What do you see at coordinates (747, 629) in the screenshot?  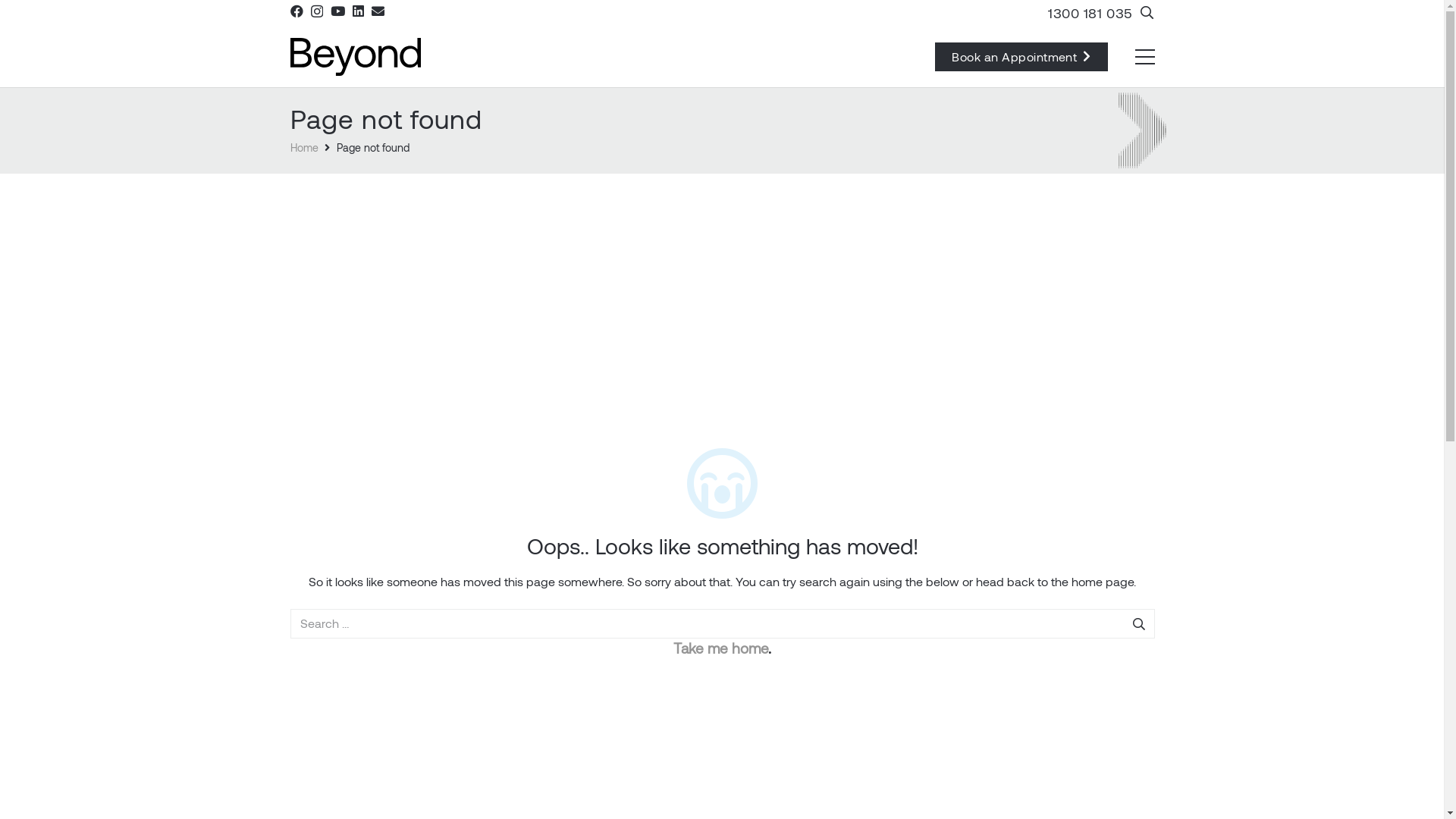 I see `'Locations'` at bounding box center [747, 629].